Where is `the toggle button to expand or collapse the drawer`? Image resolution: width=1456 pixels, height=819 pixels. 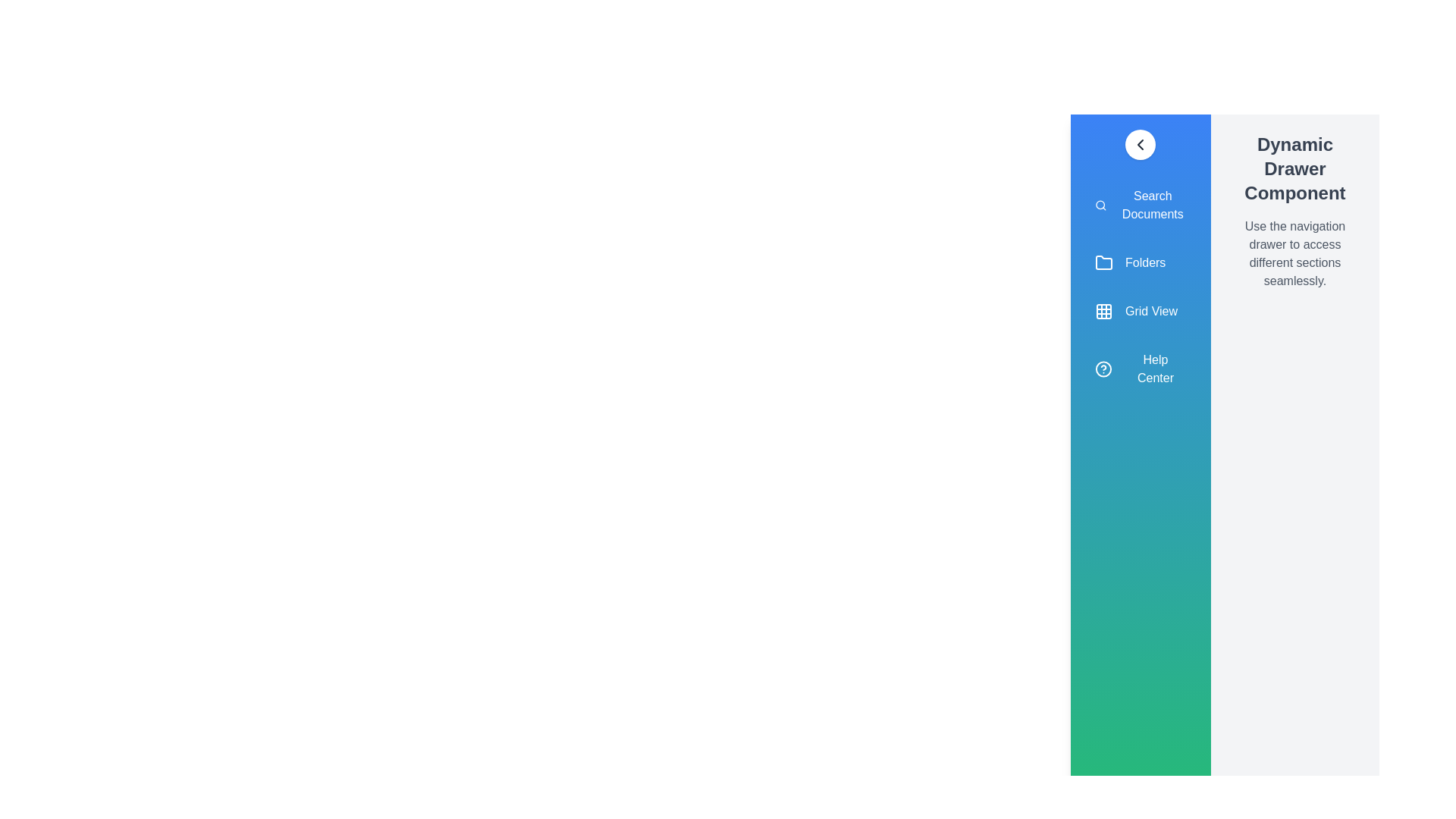
the toggle button to expand or collapse the drawer is located at coordinates (1140, 145).